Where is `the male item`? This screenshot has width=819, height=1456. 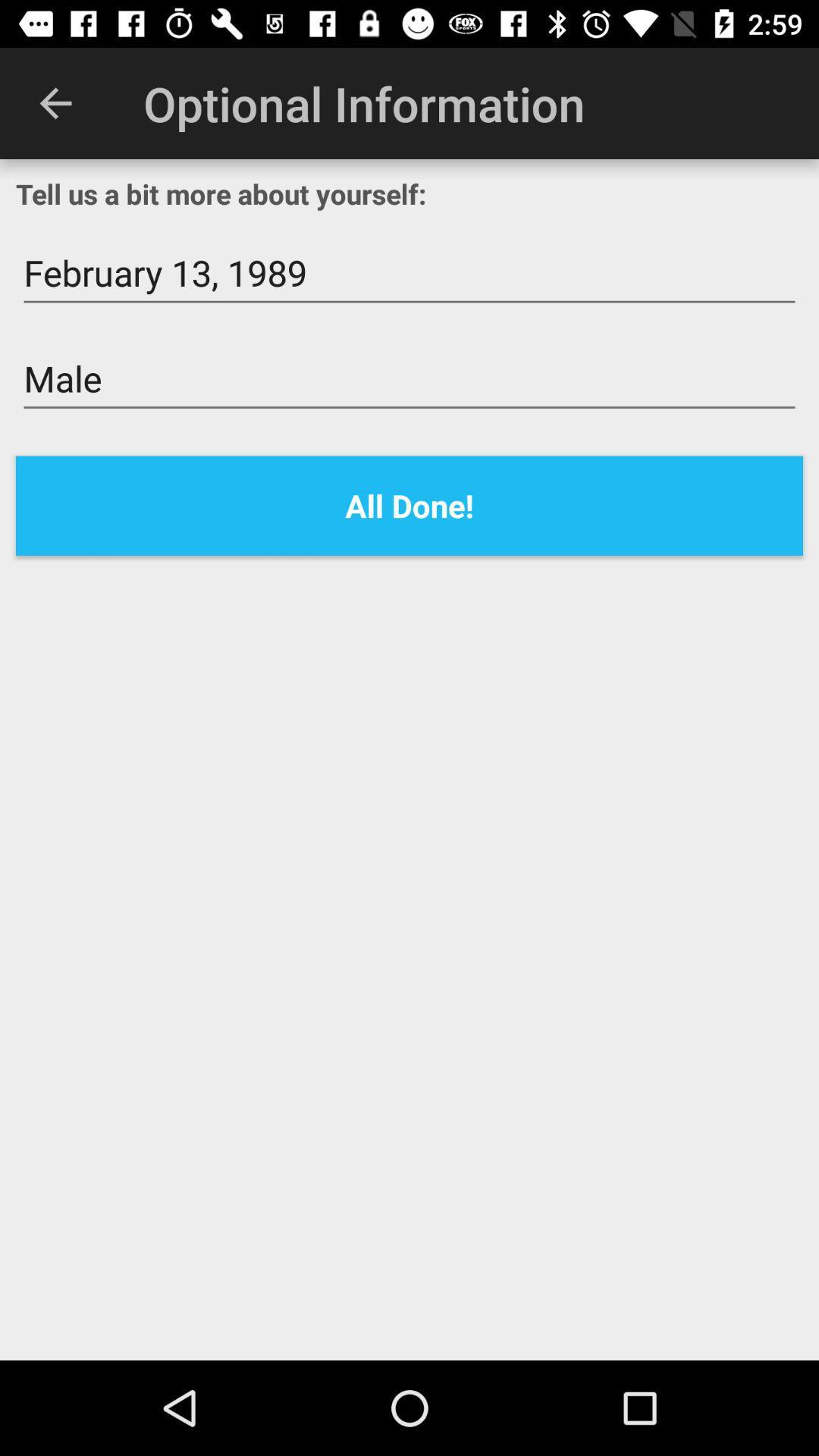
the male item is located at coordinates (409, 379).